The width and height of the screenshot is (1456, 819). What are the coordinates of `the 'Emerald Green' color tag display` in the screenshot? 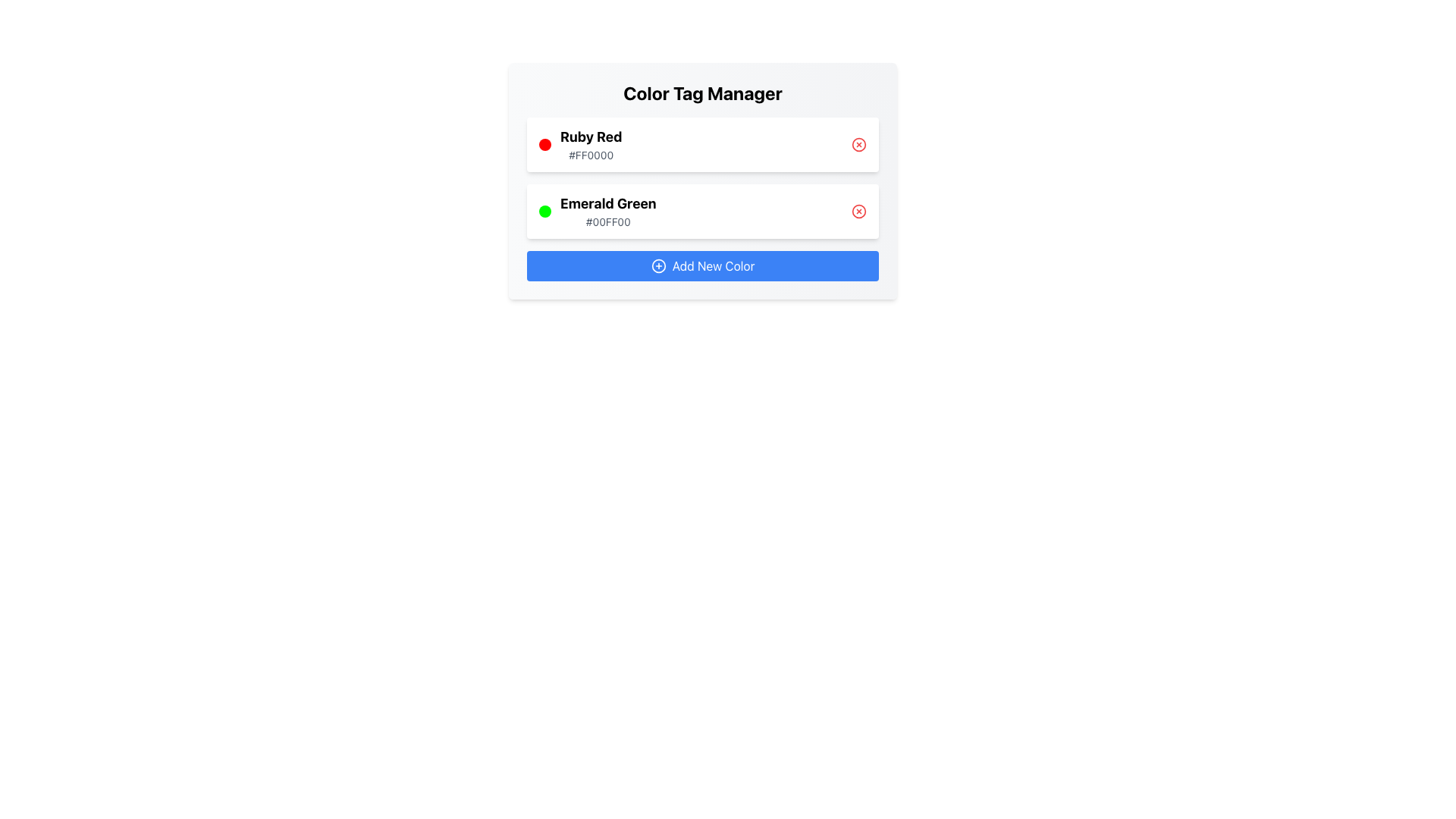 It's located at (597, 211).